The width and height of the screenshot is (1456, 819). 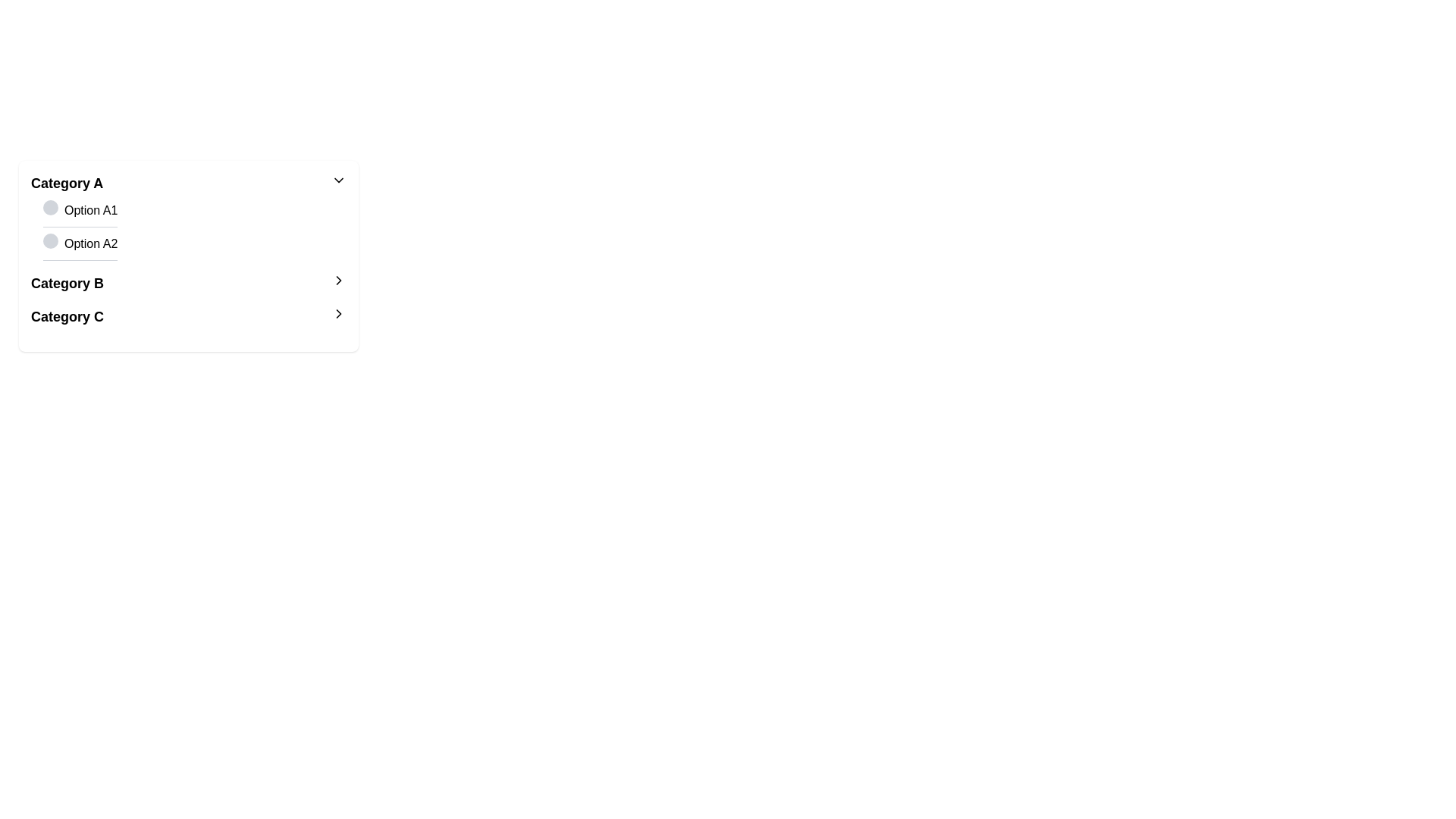 What do you see at coordinates (51, 207) in the screenshot?
I see `the indicator associated with the 'Option A1' label in the expanded 'Category A' dropdown menu as a reference for the corresponding textual option` at bounding box center [51, 207].